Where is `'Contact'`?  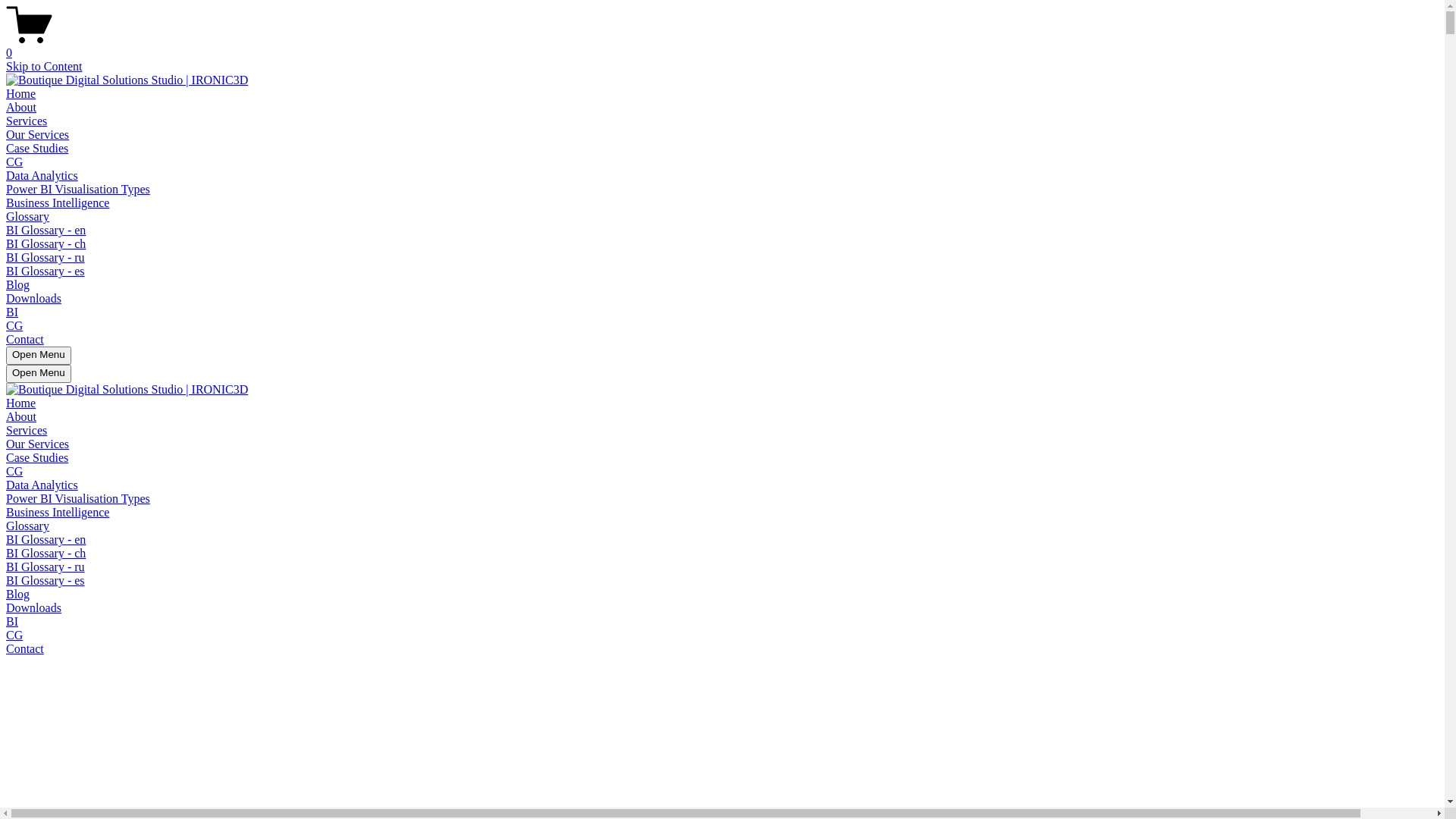 'Contact' is located at coordinates (25, 648).